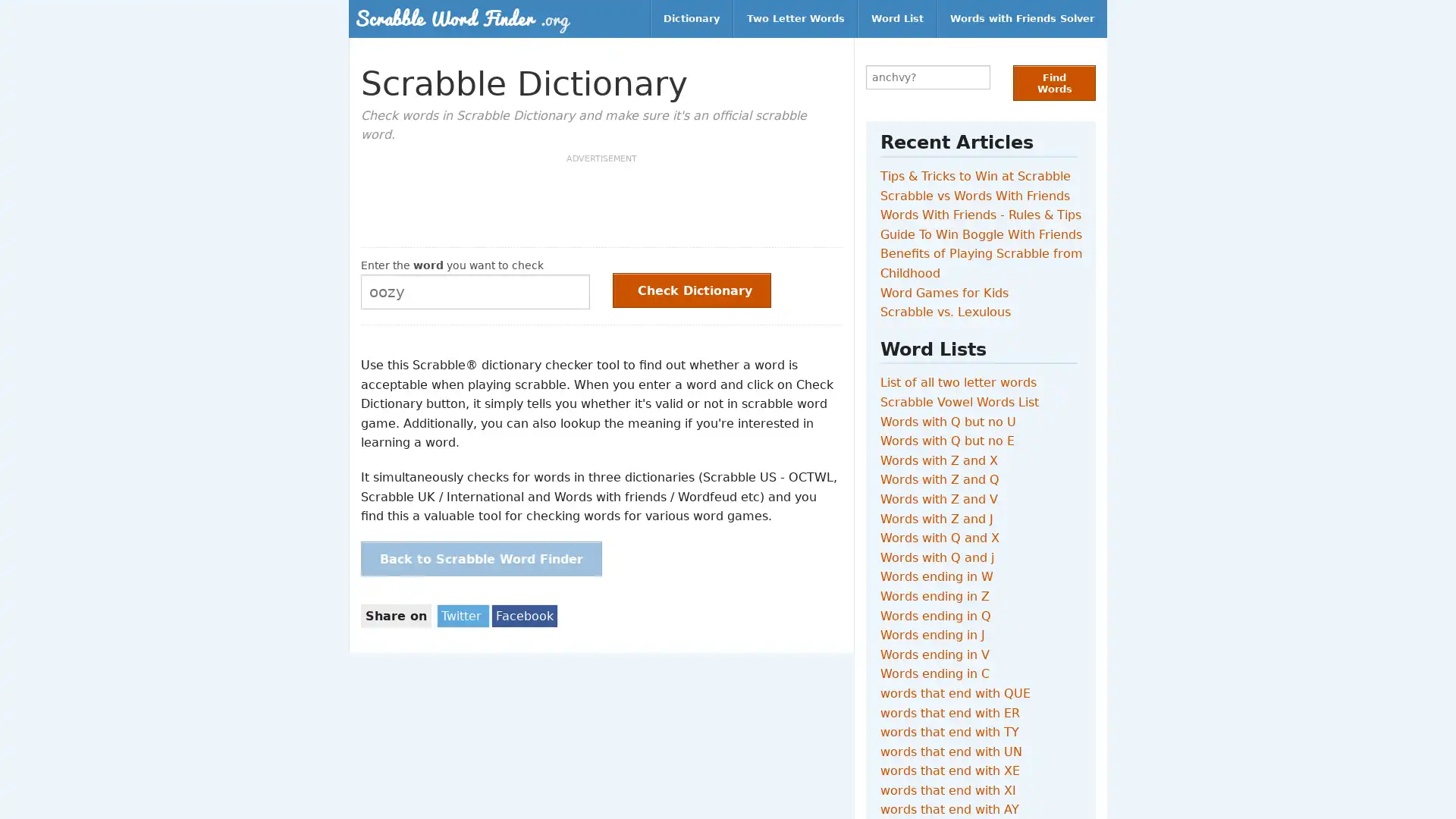 This screenshot has width=1456, height=819. Describe the element at coordinates (1053, 83) in the screenshot. I see `Find Words` at that location.